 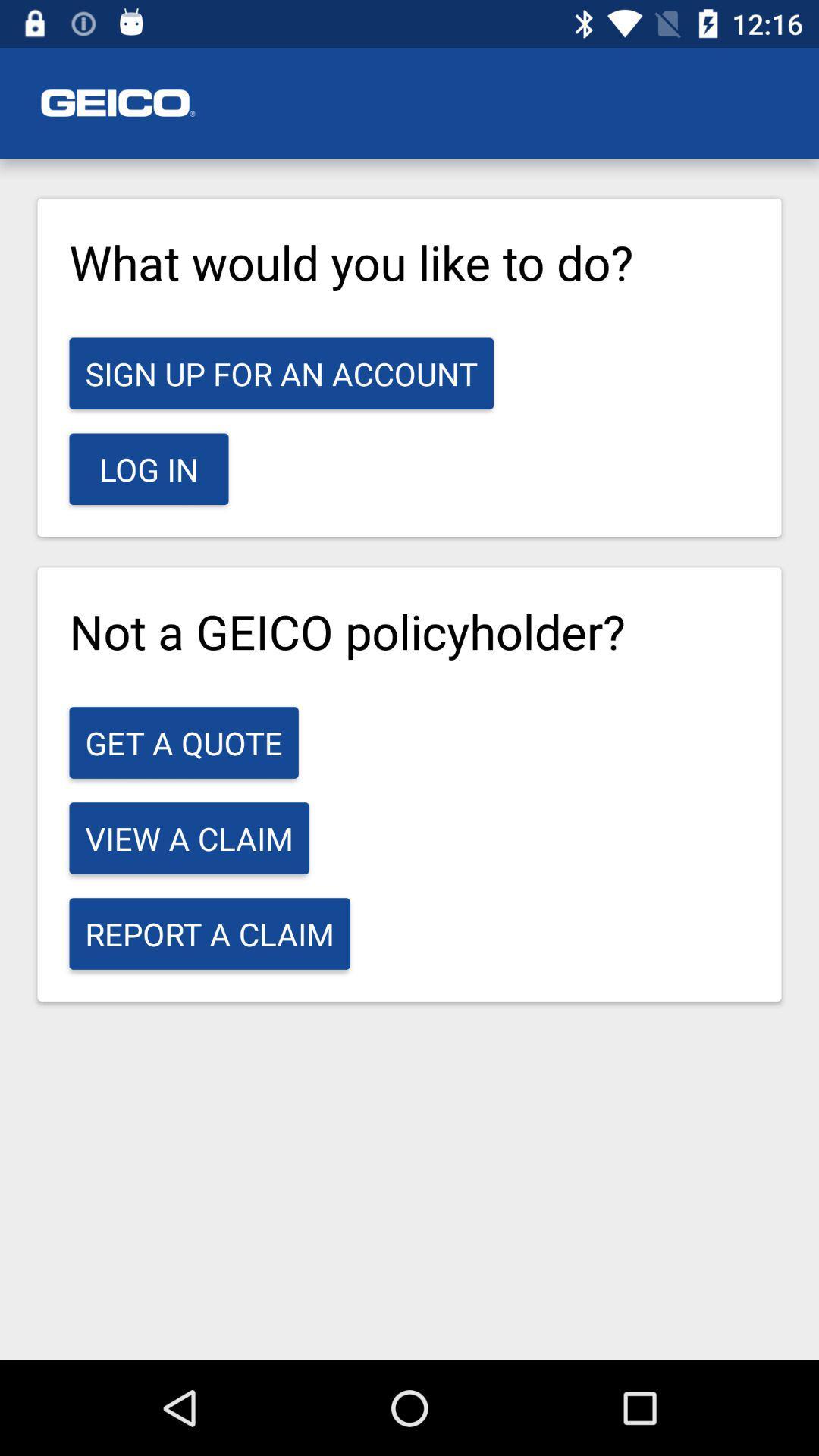 What do you see at coordinates (183, 742) in the screenshot?
I see `icon below the not a geico icon` at bounding box center [183, 742].